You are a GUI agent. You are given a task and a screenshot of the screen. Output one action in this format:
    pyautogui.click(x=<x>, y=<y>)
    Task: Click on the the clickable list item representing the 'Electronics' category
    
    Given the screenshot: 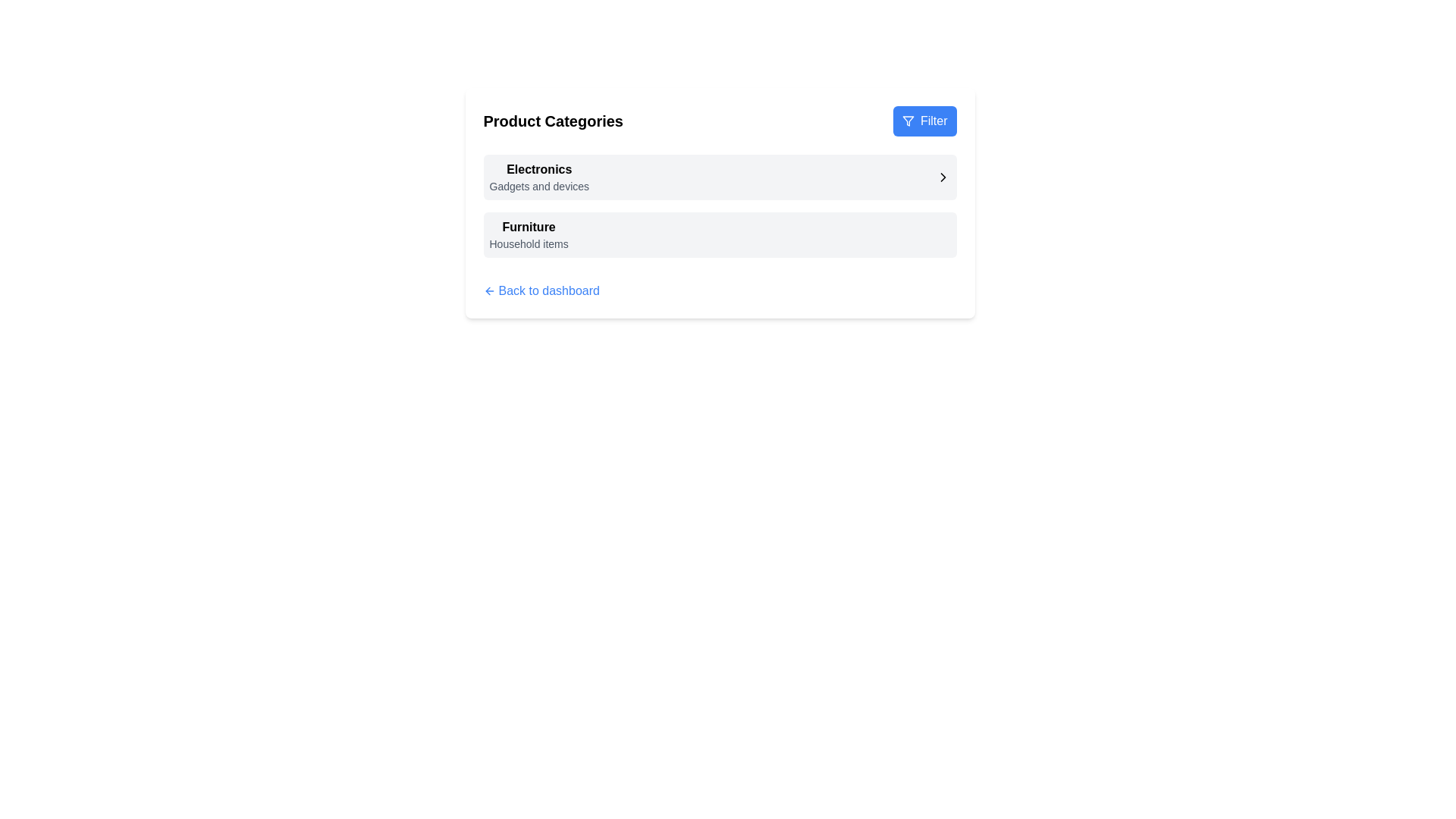 What is the action you would take?
    pyautogui.click(x=719, y=177)
    